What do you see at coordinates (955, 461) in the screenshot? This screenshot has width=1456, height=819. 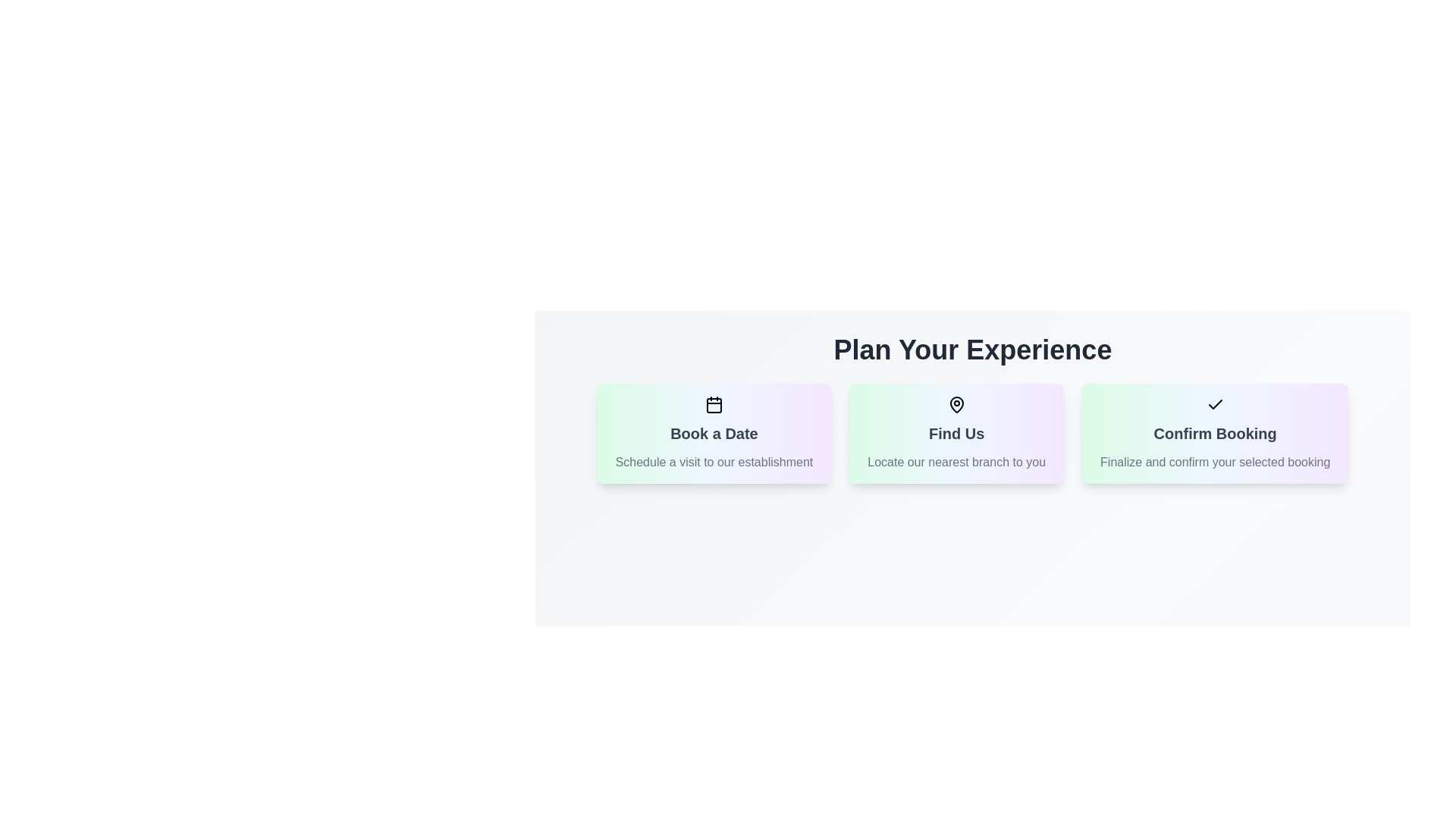 I see `the static text displaying 'Locate our nearest branch to you' in gray font, located below the heading 'Find Us' in the central card of a three-card layout, to check for additional visual effects` at bounding box center [955, 461].